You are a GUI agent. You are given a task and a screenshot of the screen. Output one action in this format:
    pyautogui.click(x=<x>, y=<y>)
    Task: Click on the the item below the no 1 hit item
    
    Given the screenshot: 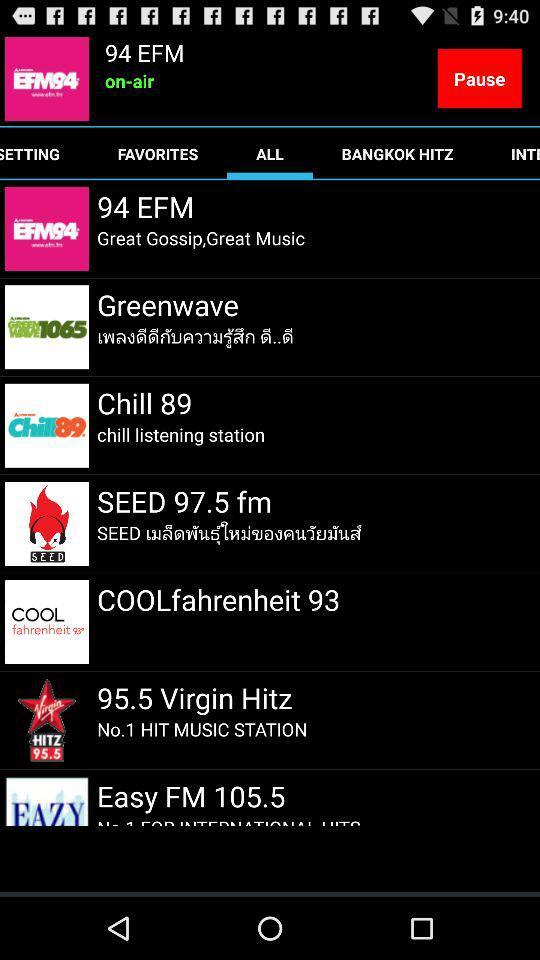 What is the action you would take?
    pyautogui.click(x=194, y=795)
    